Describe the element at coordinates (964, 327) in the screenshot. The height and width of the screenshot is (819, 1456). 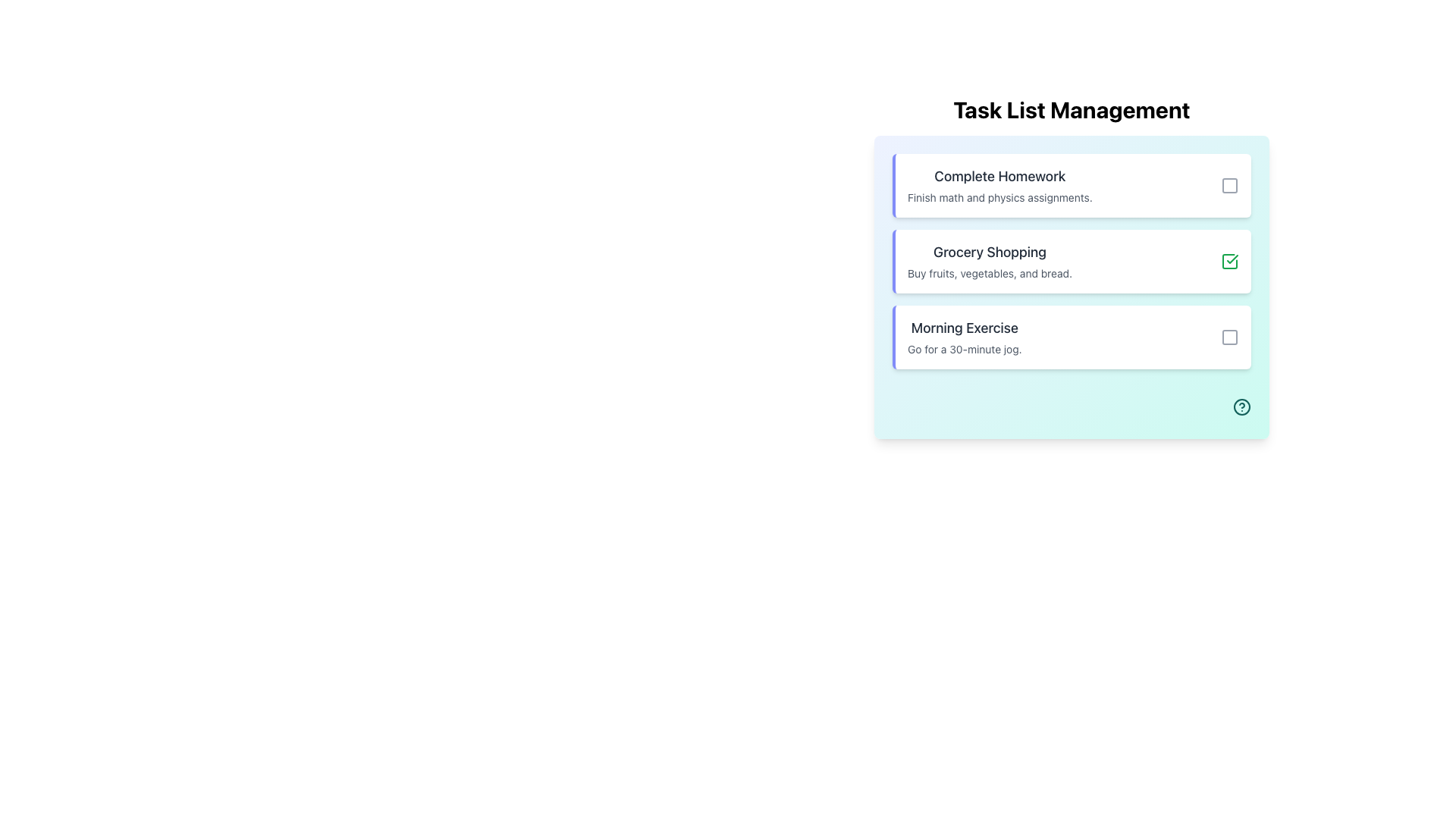
I see `the static text header 'Morning Exercise' which is located in the third task block, positioned above the task description text` at that location.